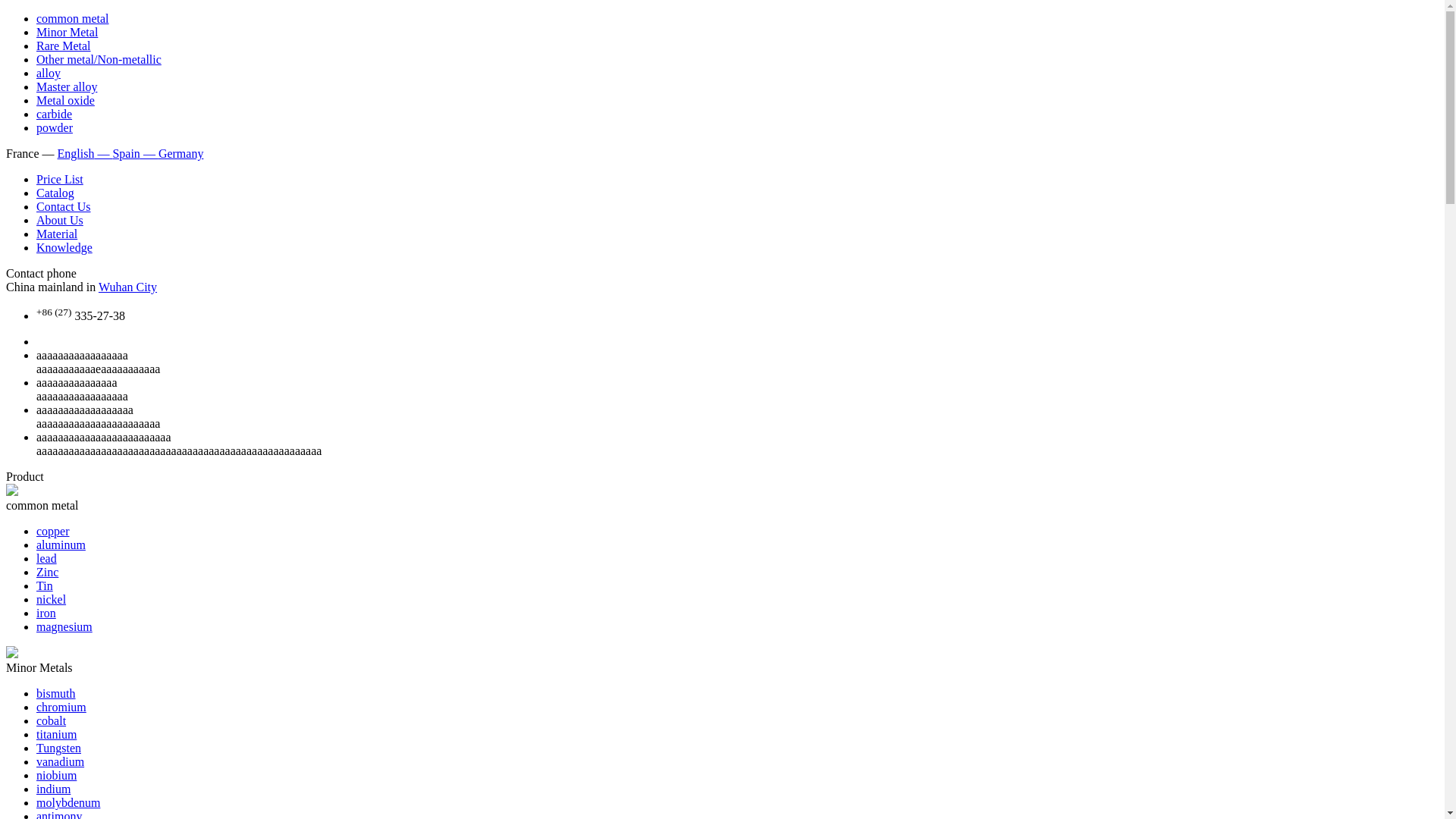  Describe the element at coordinates (54, 113) in the screenshot. I see `'carbide'` at that location.